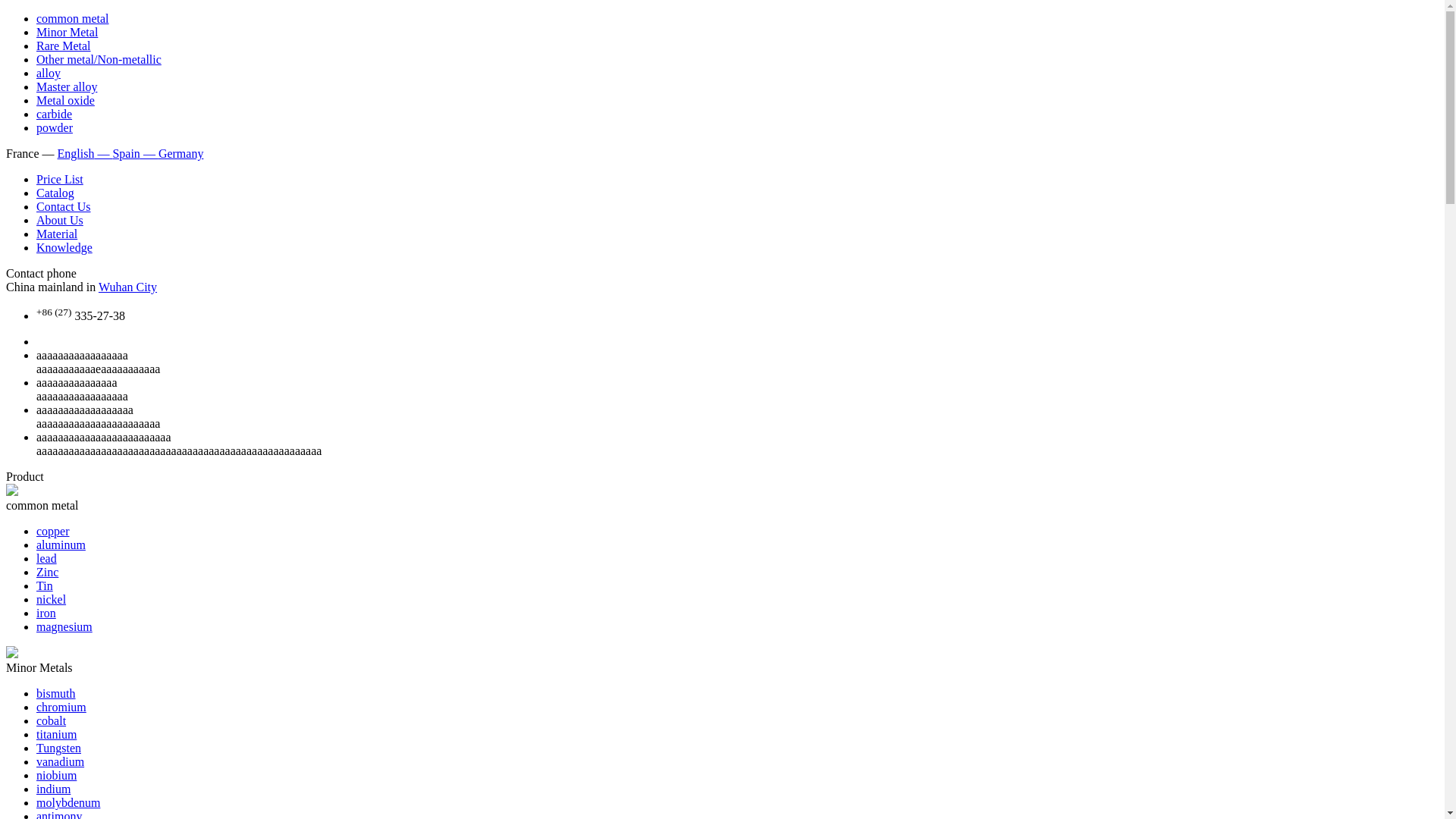  Describe the element at coordinates (54, 113) in the screenshot. I see `'carbide'` at that location.